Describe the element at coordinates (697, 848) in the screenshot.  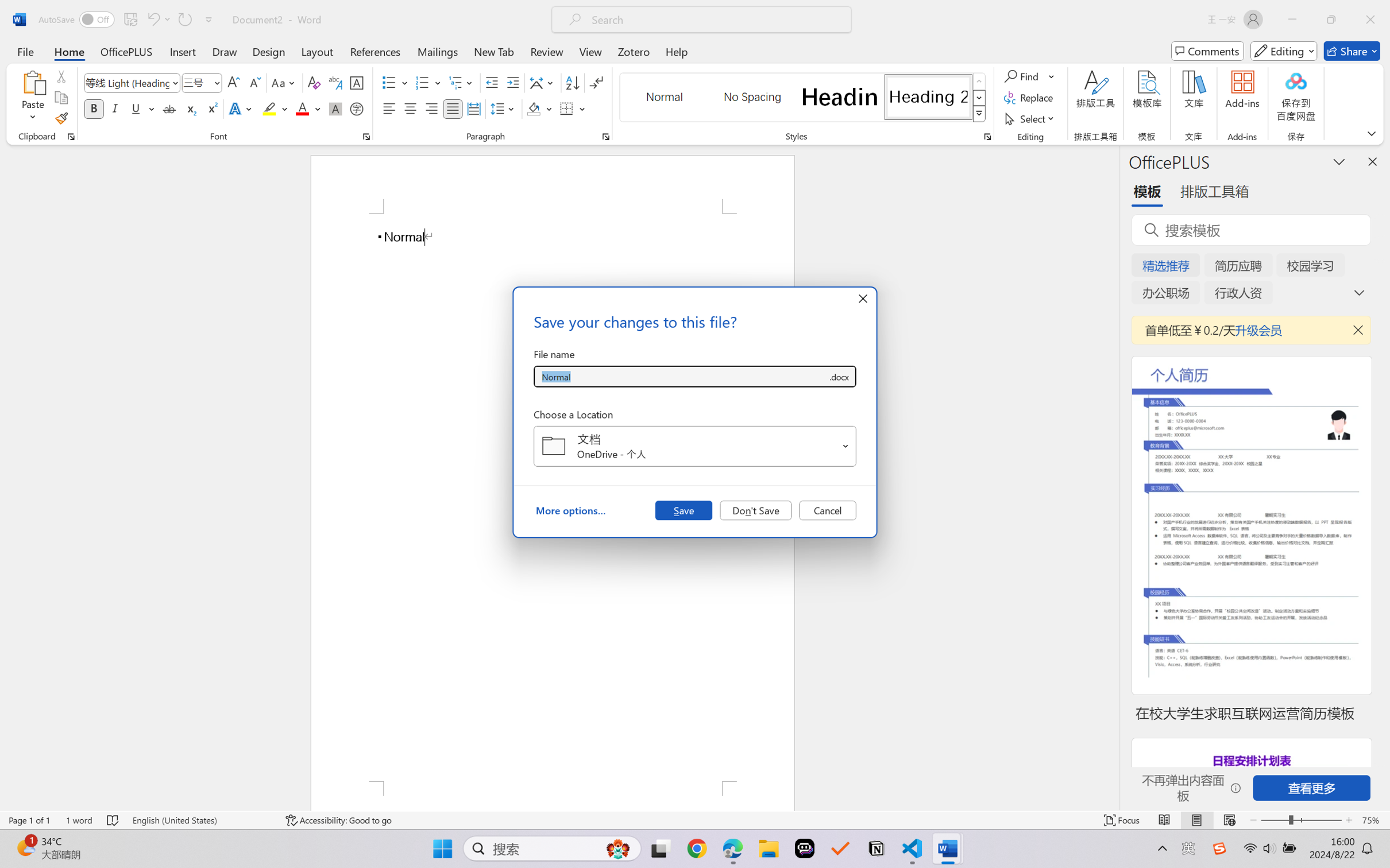
I see `'Google Chrome'` at that location.